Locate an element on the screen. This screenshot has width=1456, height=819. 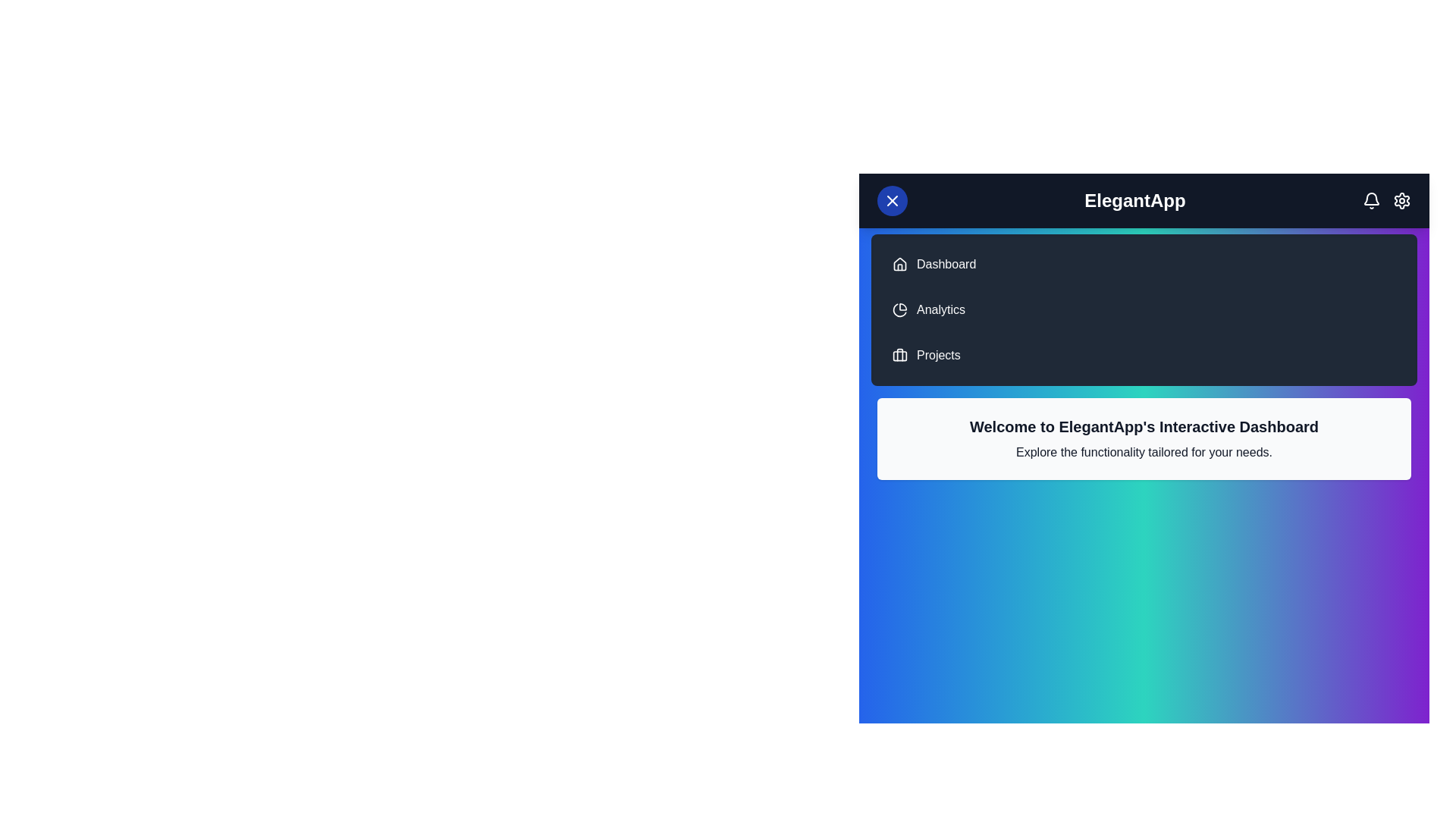
the Settings icon to open the settings is located at coordinates (1401, 200).